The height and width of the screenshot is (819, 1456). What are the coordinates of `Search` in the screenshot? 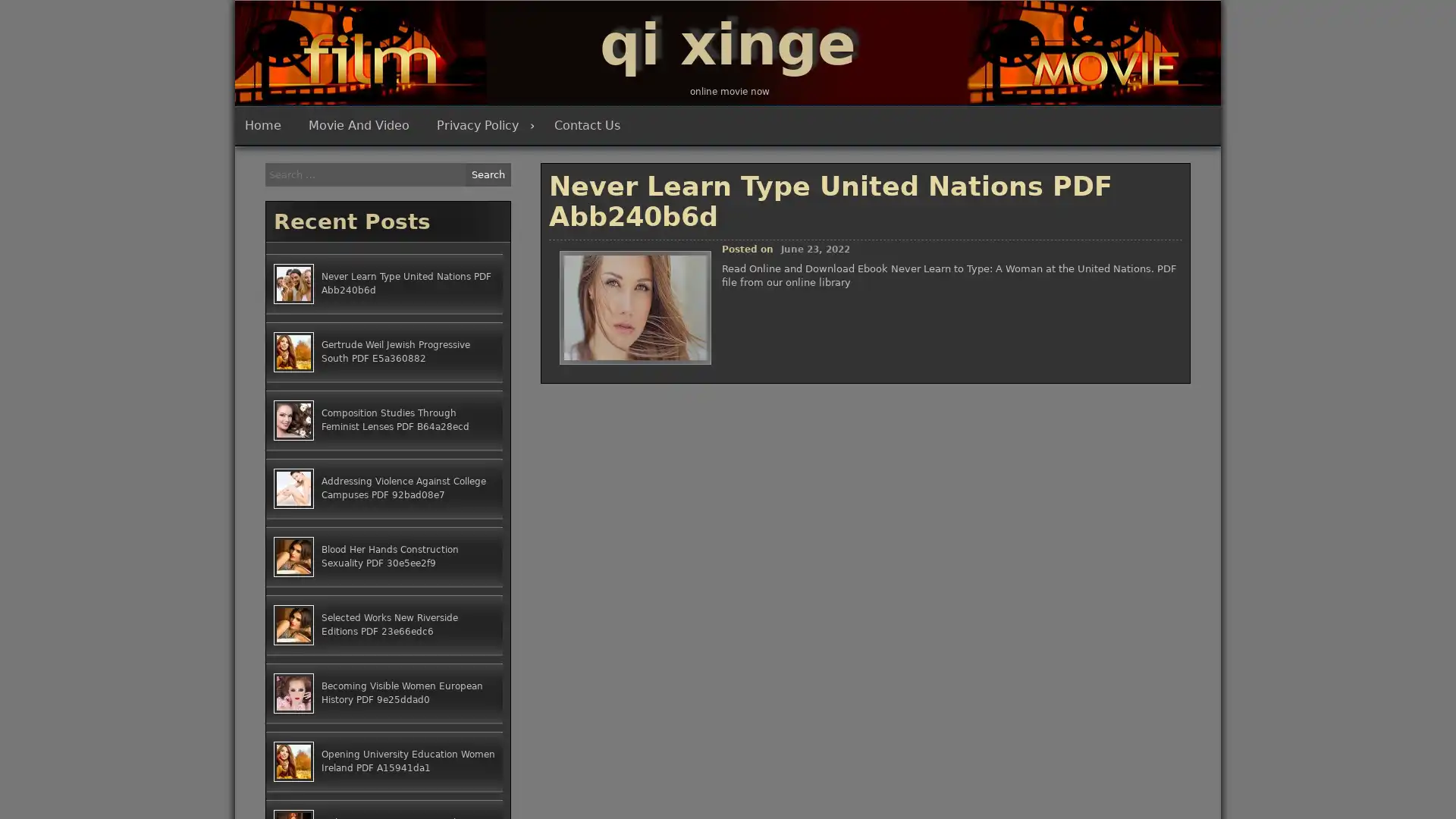 It's located at (488, 174).